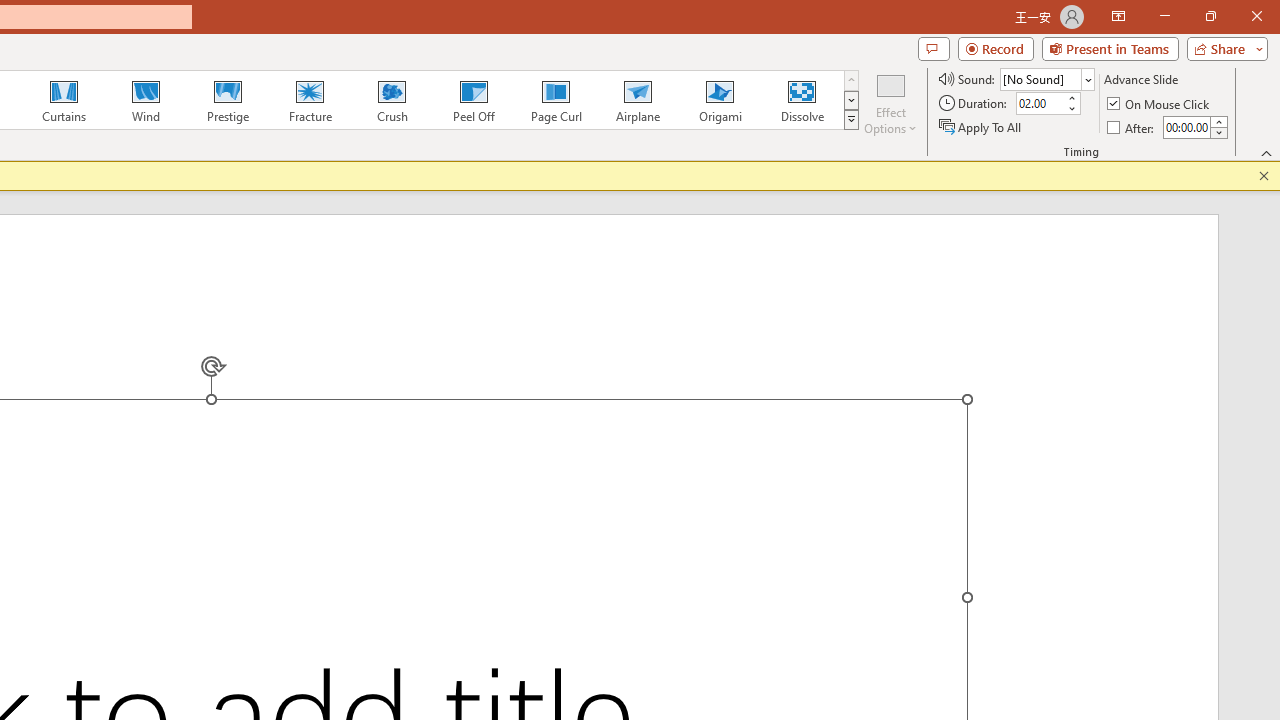 The width and height of the screenshot is (1280, 720). What do you see at coordinates (144, 100) in the screenshot?
I see `'Wind'` at bounding box center [144, 100].